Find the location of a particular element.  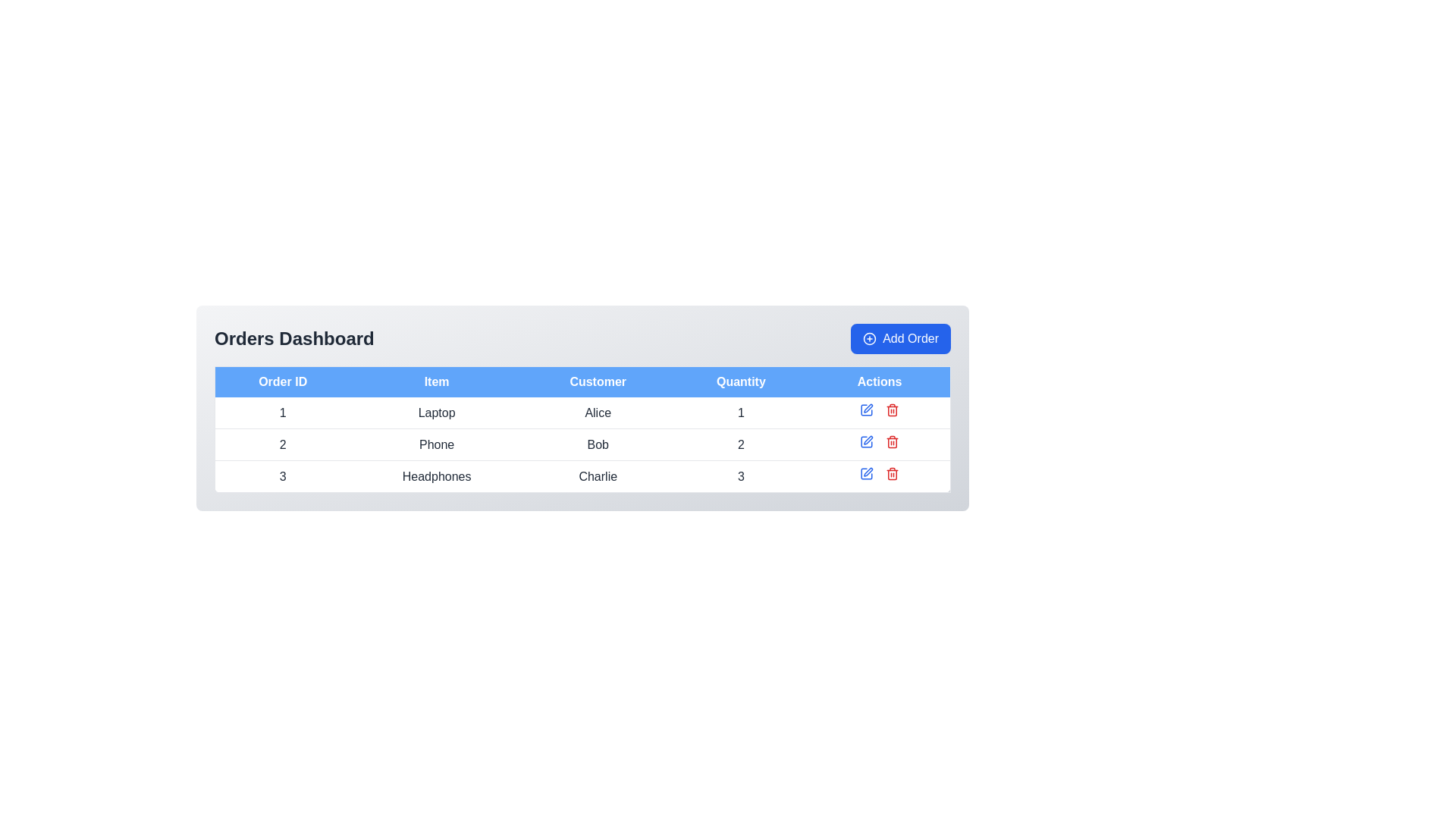

the edit icon in the 'Actions' column of the third row for the 'Headphones' entry belonging to customer 'Charlie' to modify the row is located at coordinates (880, 475).